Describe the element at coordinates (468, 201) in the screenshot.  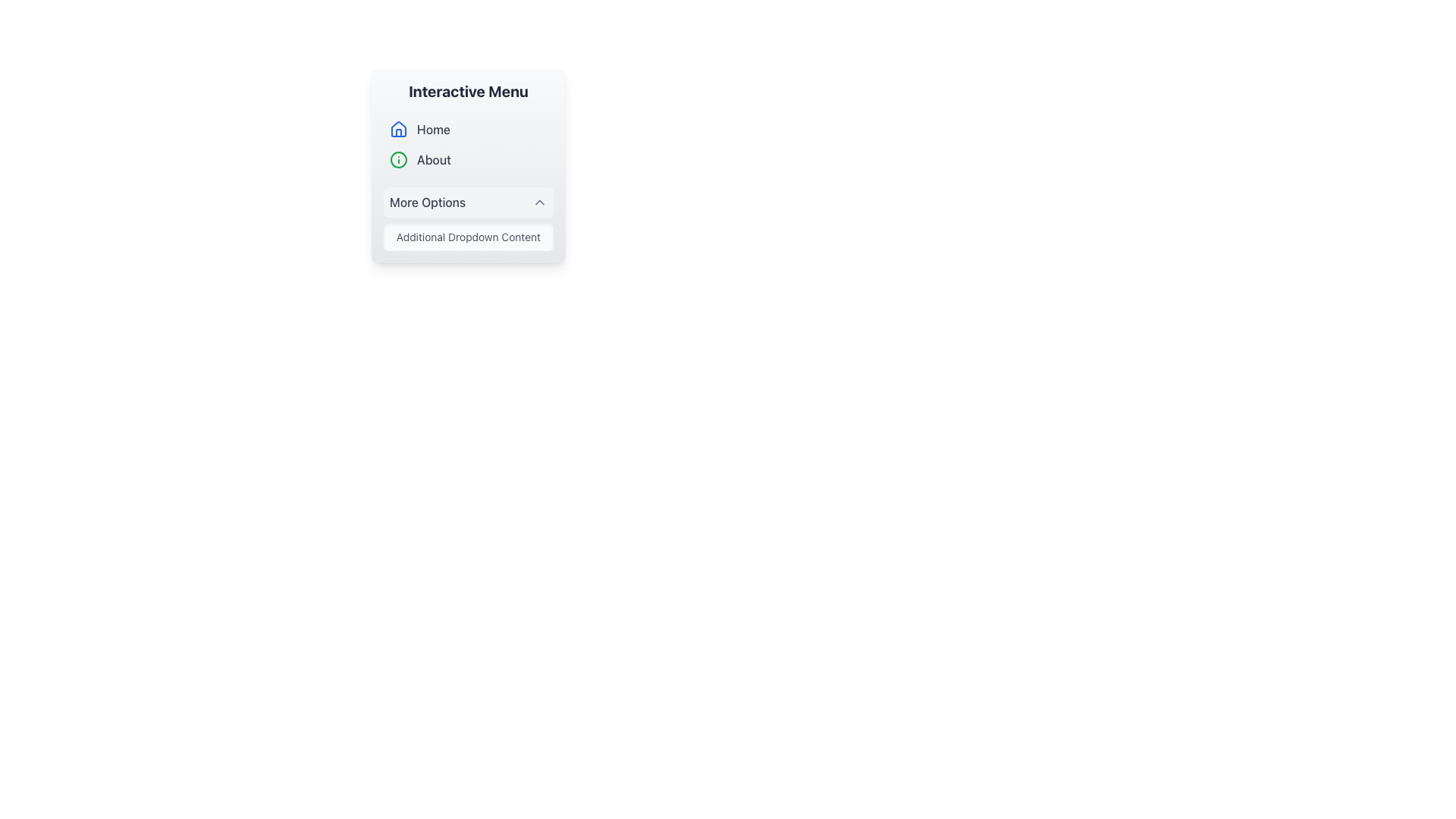
I see `the dropdown toggle button located below the 'About' menu item` at that location.